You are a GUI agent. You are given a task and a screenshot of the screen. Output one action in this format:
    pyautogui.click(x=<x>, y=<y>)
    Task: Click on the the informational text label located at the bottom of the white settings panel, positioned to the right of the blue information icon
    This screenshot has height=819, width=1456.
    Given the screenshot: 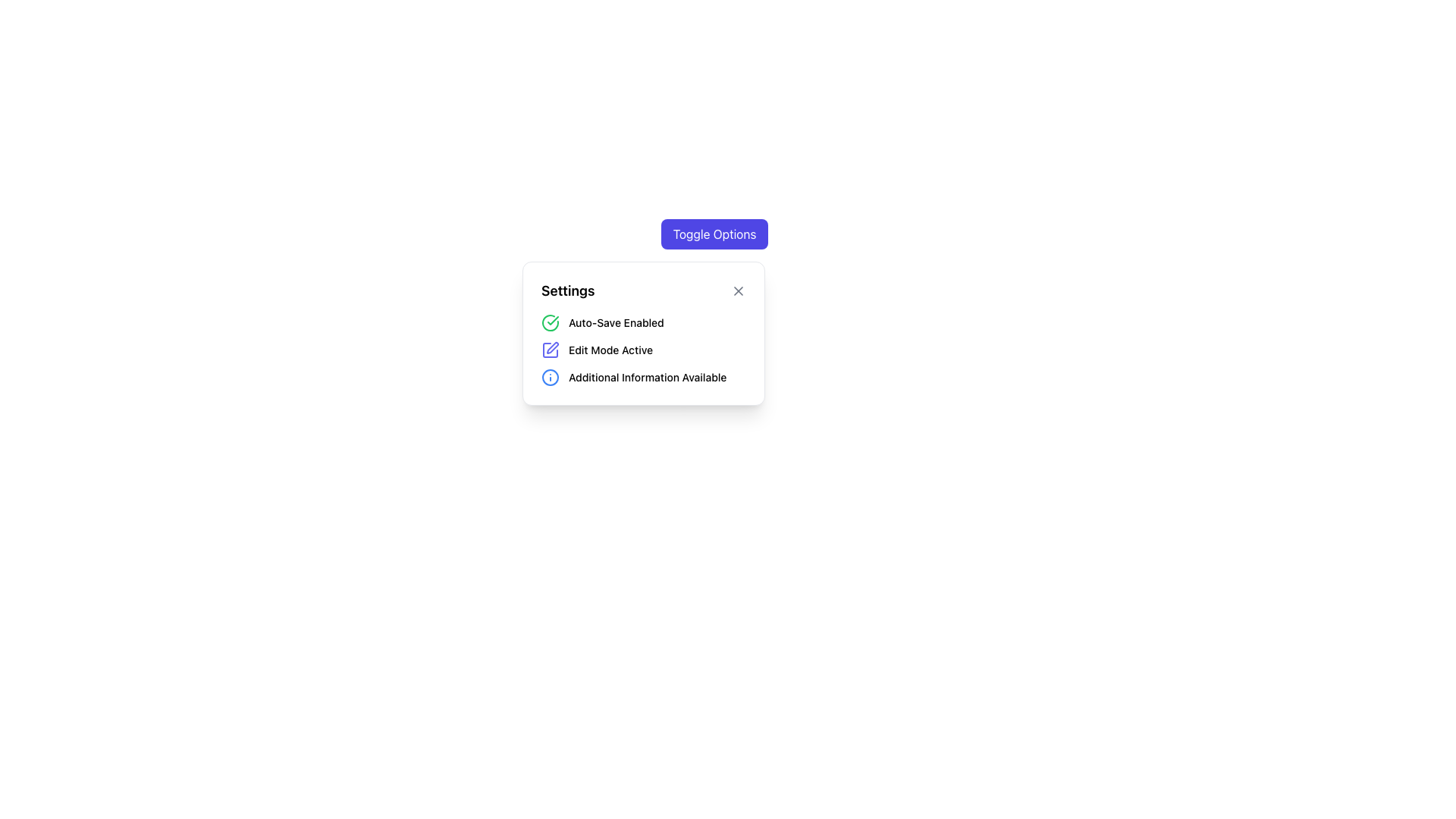 What is the action you would take?
    pyautogui.click(x=648, y=376)
    